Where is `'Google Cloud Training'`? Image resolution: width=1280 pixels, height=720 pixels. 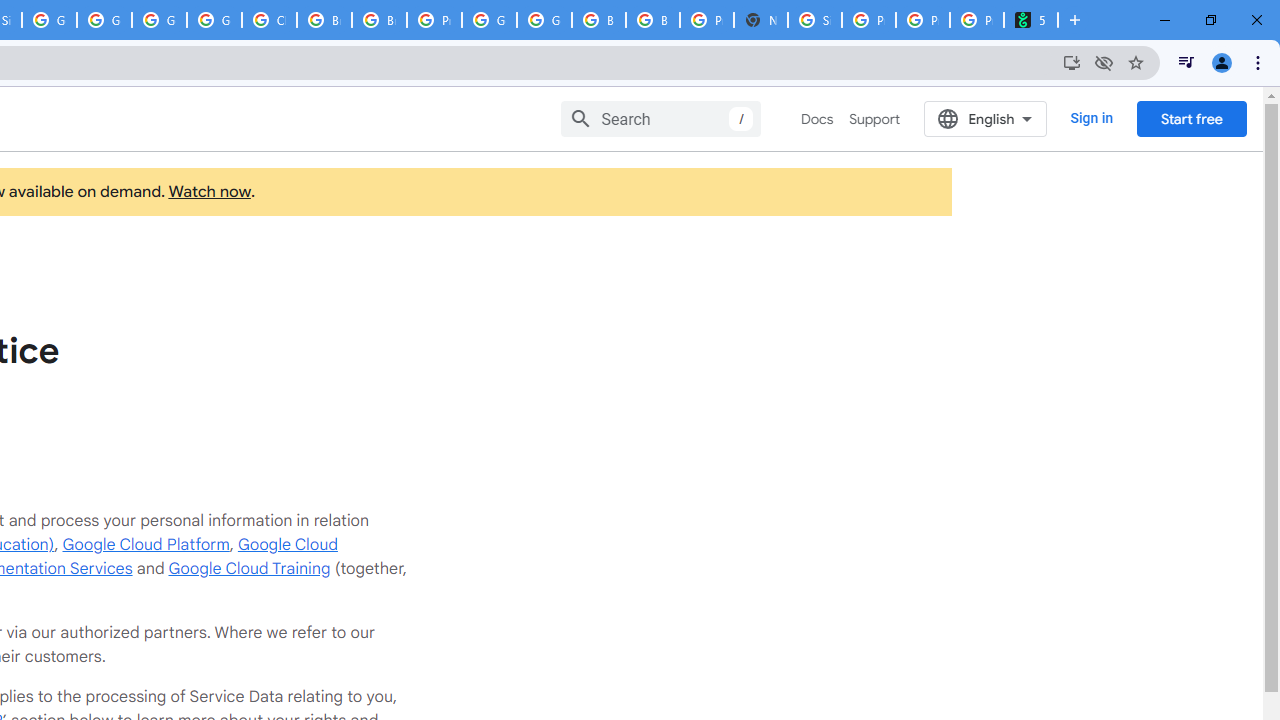
'Google Cloud Training' is located at coordinates (248, 568).